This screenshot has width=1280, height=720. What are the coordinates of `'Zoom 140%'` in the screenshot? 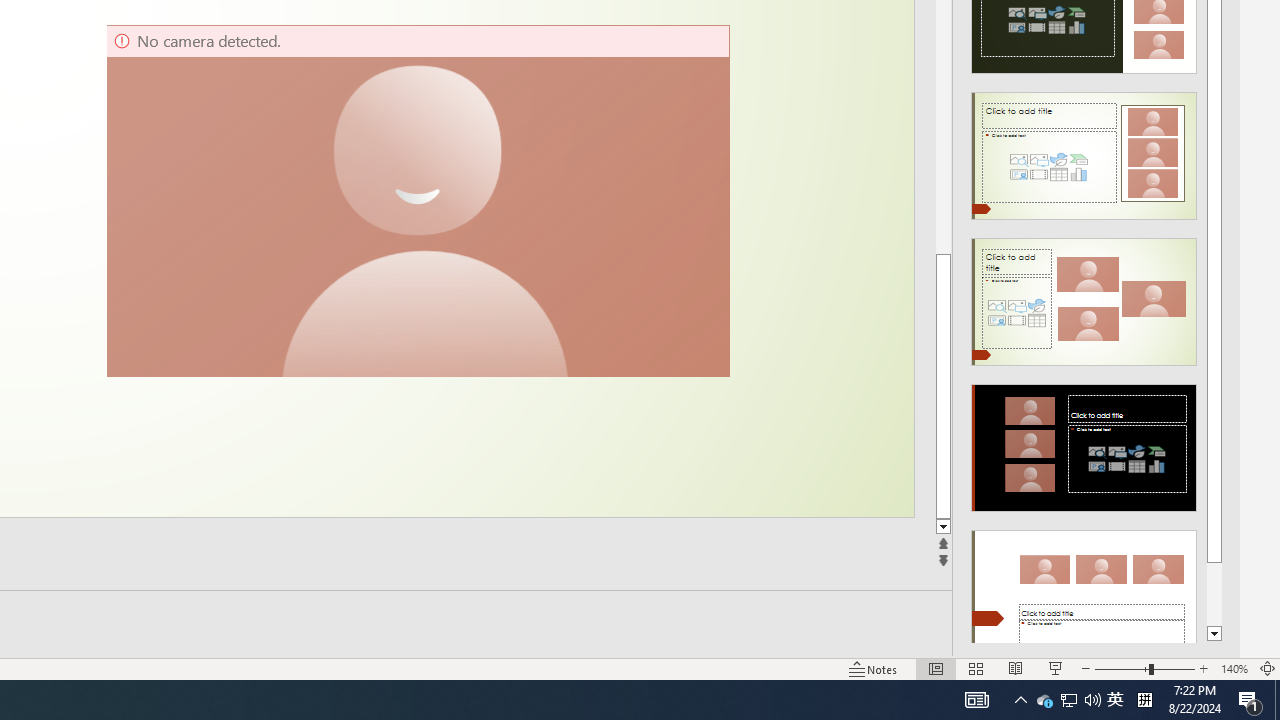 It's located at (1233, 669).